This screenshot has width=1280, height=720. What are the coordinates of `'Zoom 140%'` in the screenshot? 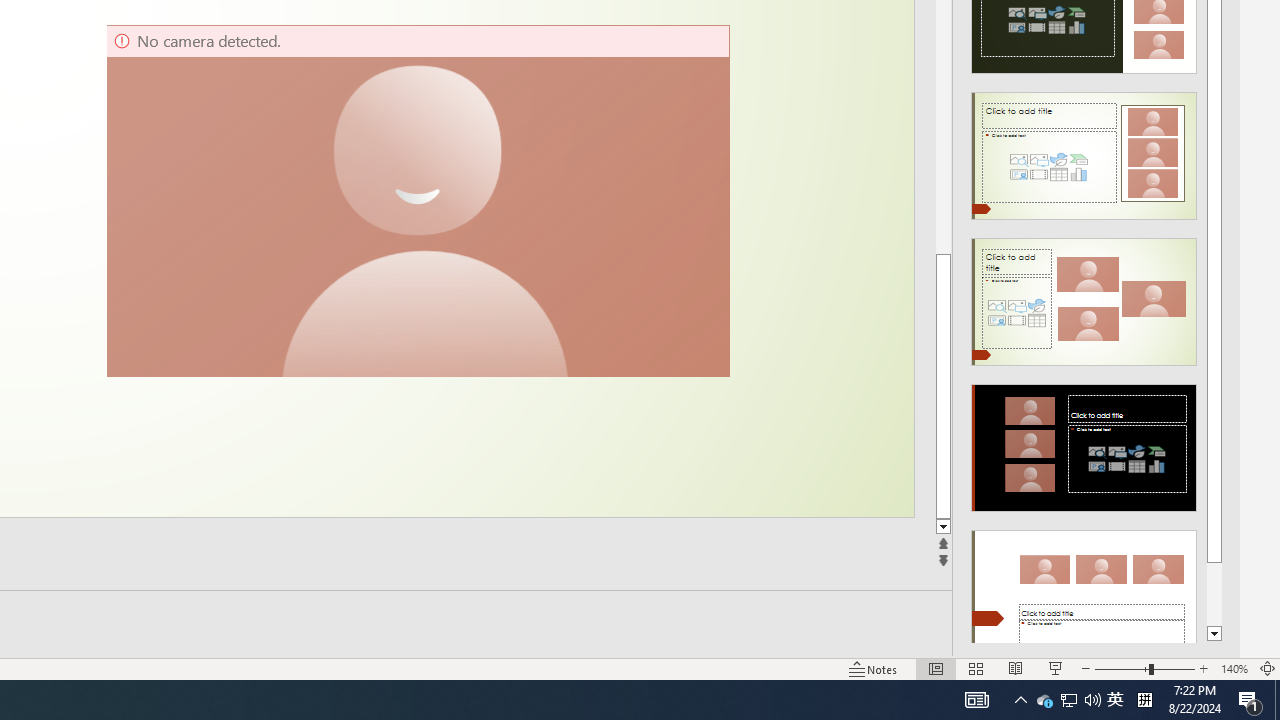 It's located at (1233, 669).